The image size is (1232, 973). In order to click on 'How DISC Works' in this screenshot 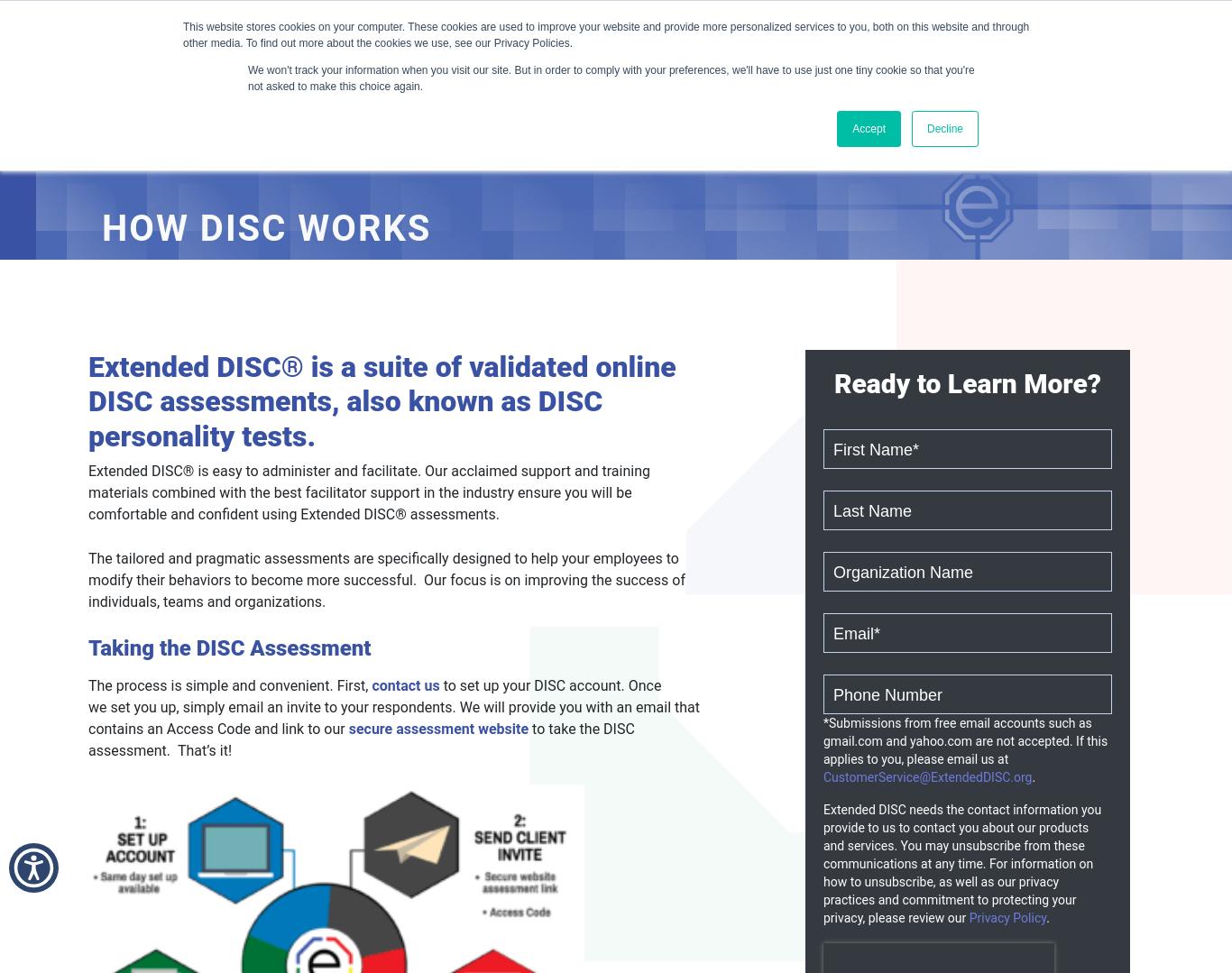, I will do `click(101, 227)`.